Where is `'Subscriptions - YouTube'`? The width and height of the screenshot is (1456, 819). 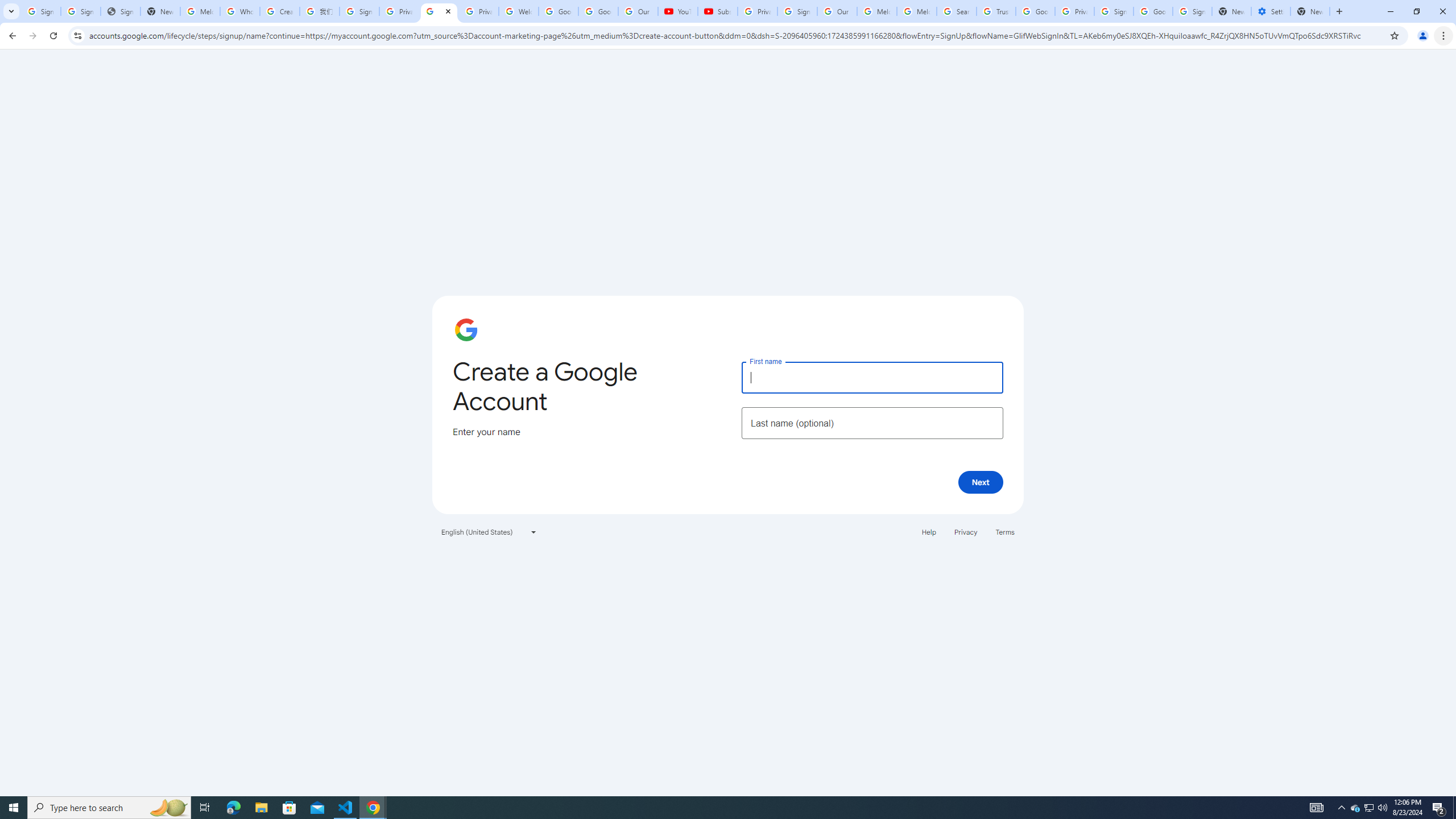 'Subscriptions - YouTube' is located at coordinates (717, 11).